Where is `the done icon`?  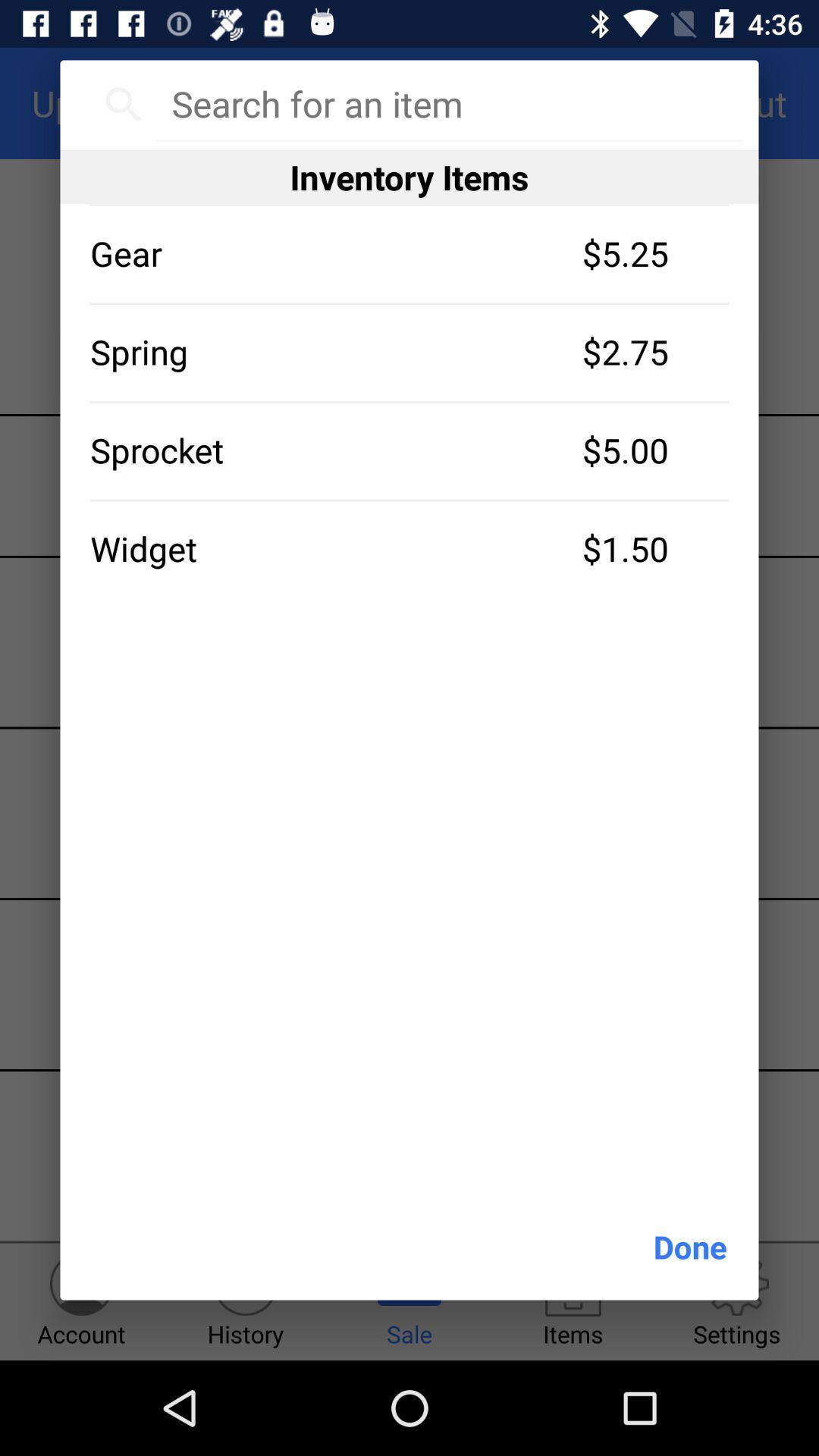 the done icon is located at coordinates (690, 1247).